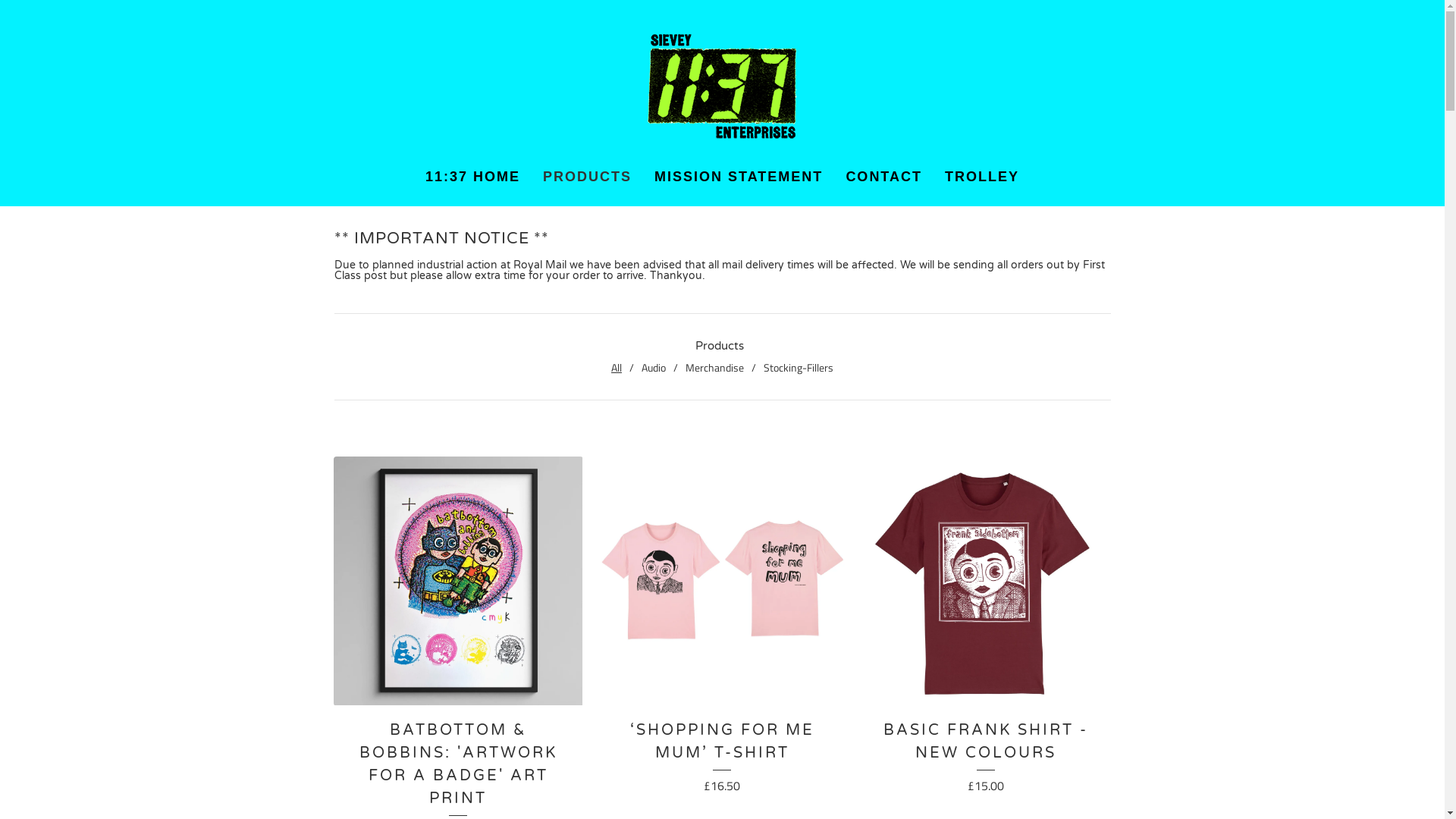  I want to click on 'Stocking-Fillers', so click(797, 367).